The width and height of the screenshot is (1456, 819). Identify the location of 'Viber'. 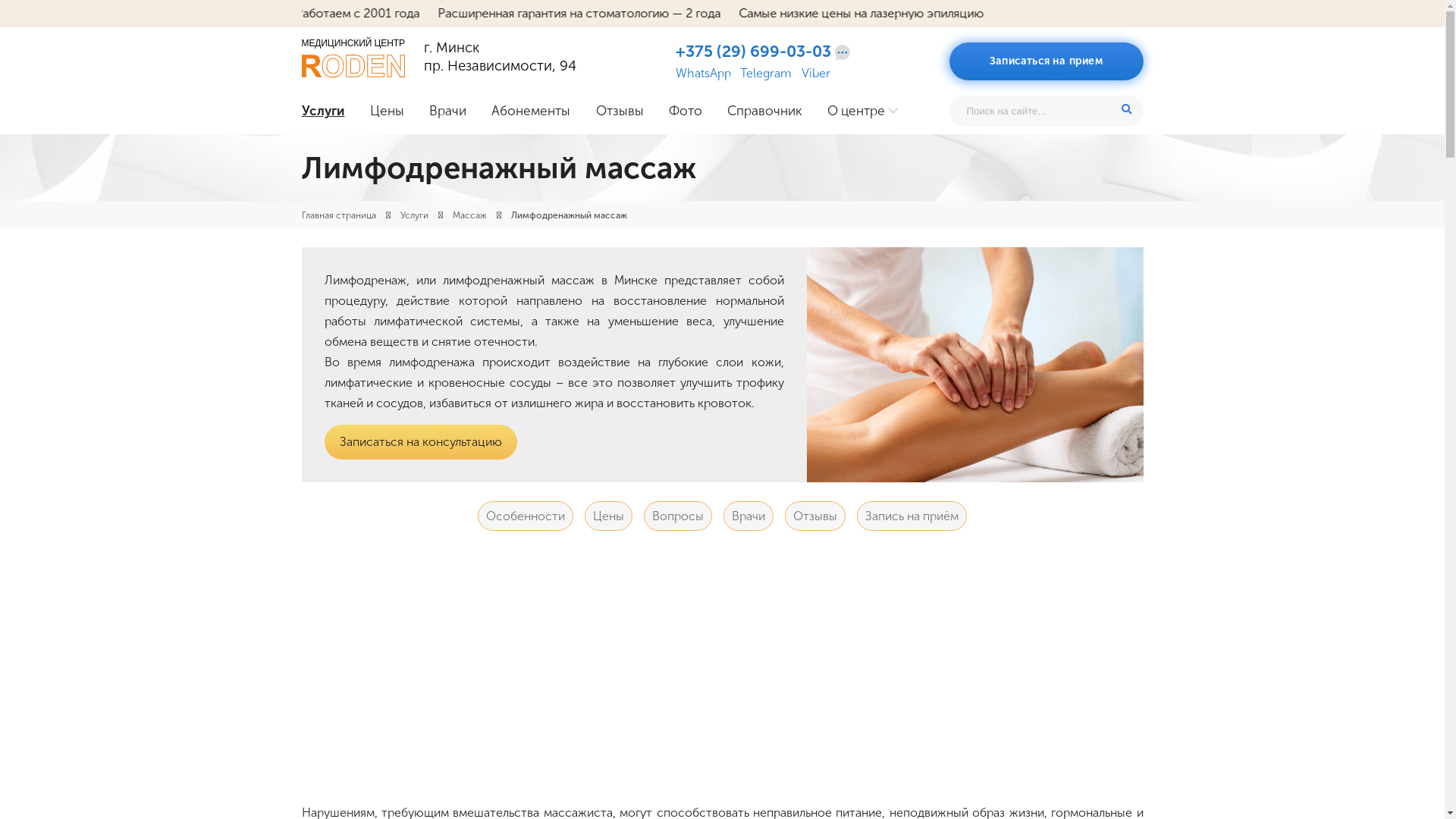
(814, 73).